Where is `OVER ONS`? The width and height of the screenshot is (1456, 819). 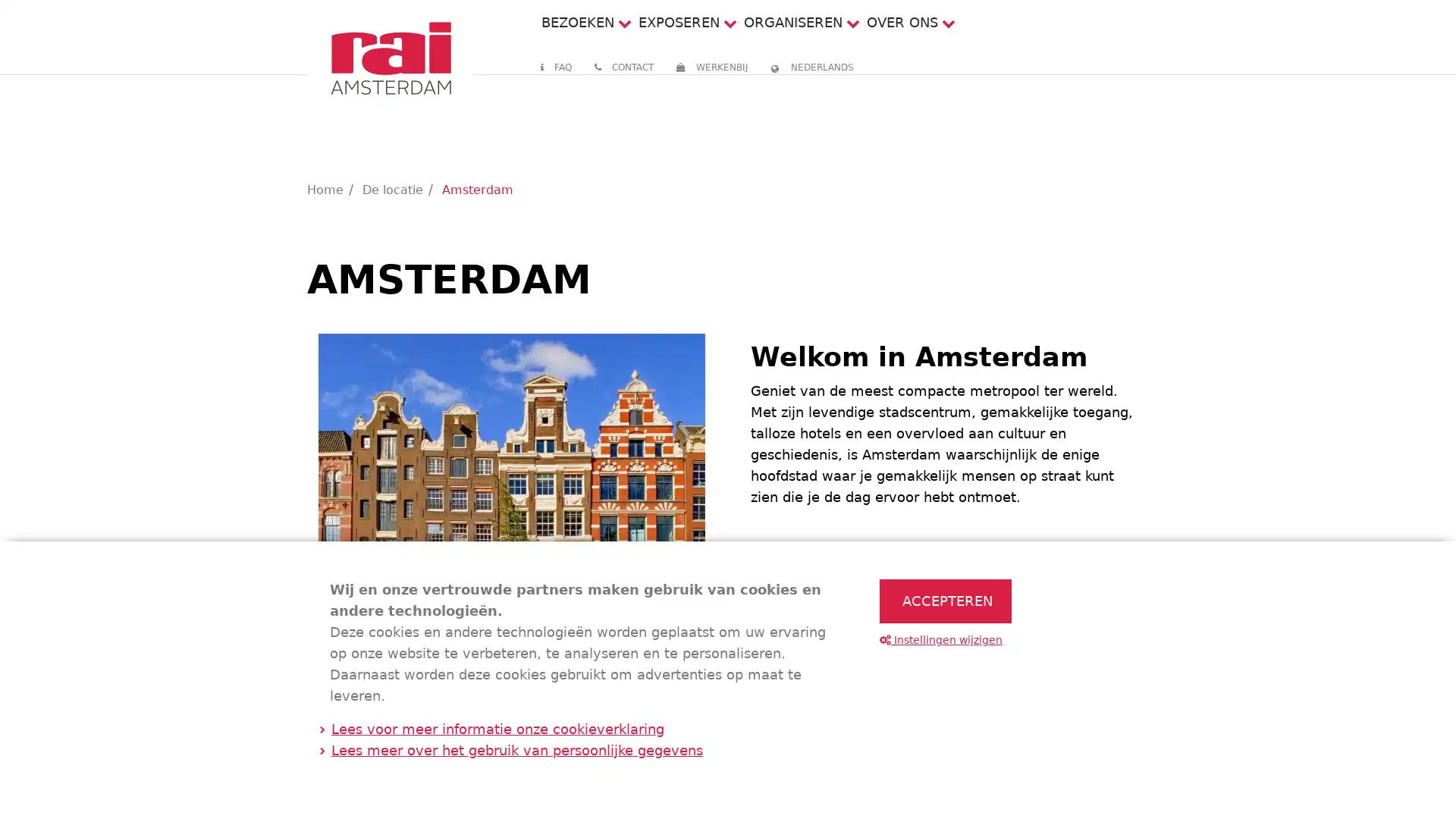 OVER ONS is located at coordinates (902, 22).